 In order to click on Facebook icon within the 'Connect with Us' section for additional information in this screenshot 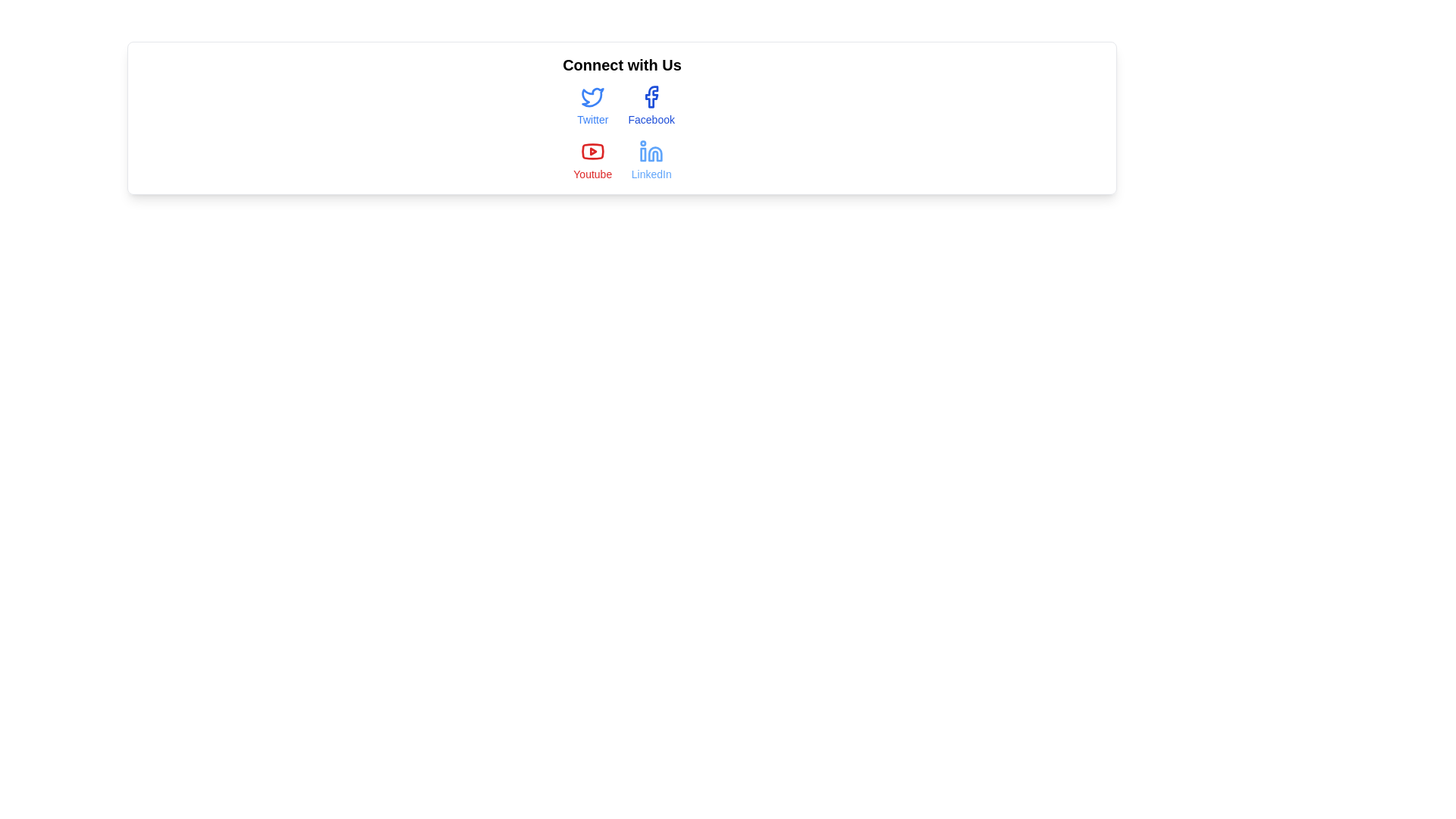, I will do `click(651, 96)`.